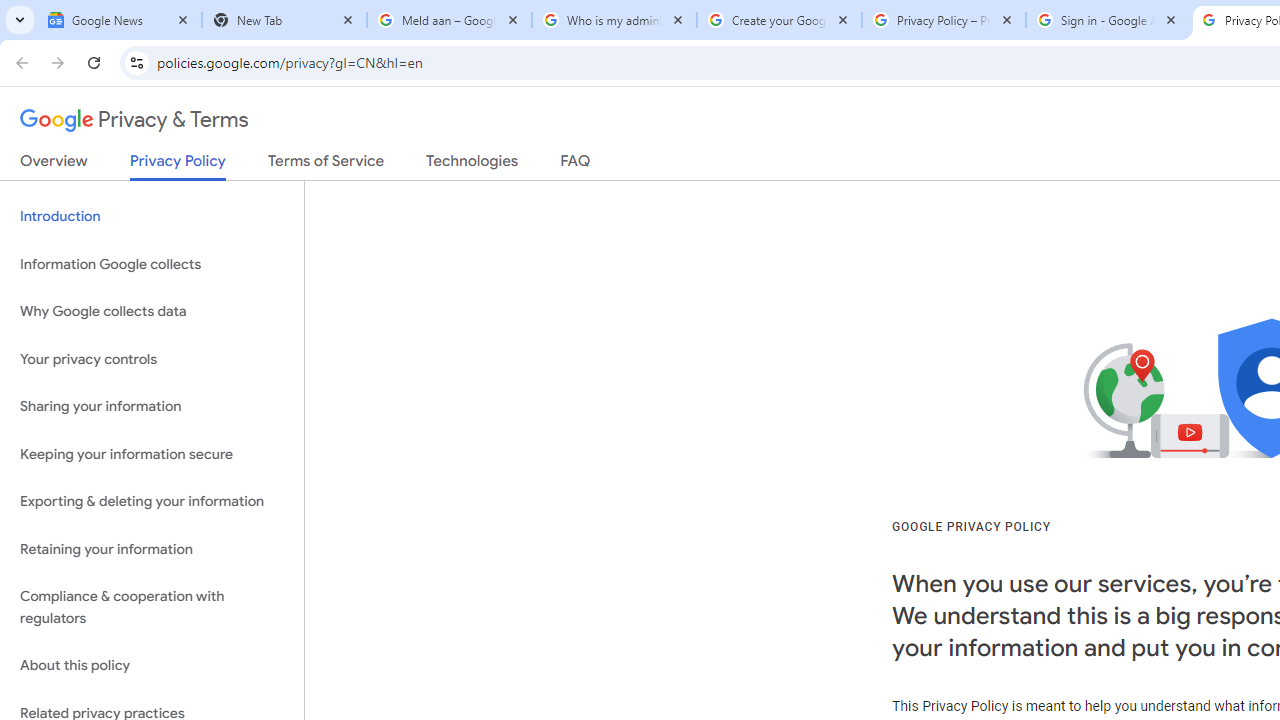 The height and width of the screenshot is (720, 1280). What do you see at coordinates (151, 666) in the screenshot?
I see `'About this policy'` at bounding box center [151, 666].